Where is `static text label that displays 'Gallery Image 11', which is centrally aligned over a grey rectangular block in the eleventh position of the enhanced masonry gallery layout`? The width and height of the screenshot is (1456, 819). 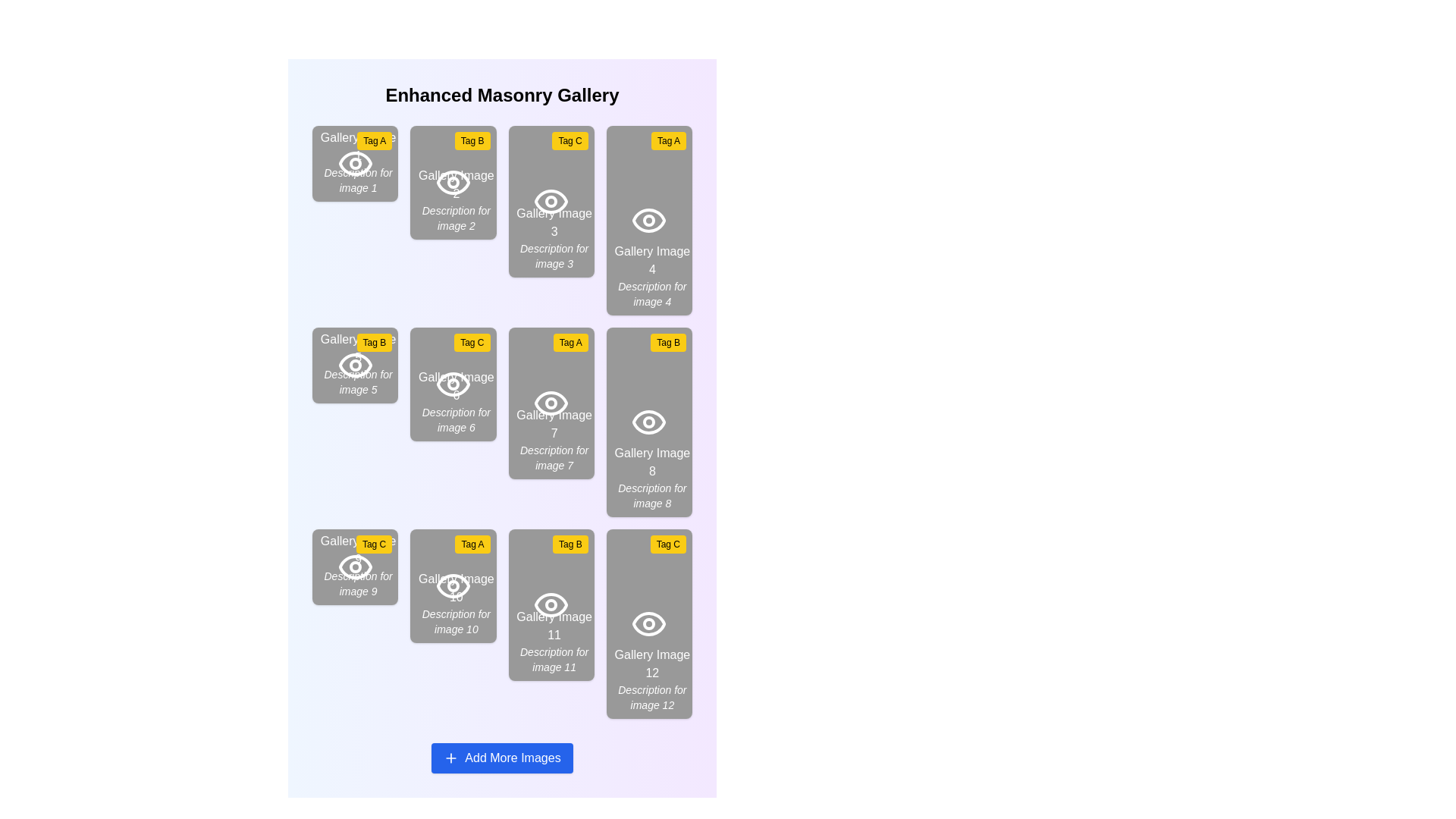 static text label that displays 'Gallery Image 11', which is centrally aligned over a grey rectangular block in the eleventh position of the enhanced masonry gallery layout is located at coordinates (554, 626).